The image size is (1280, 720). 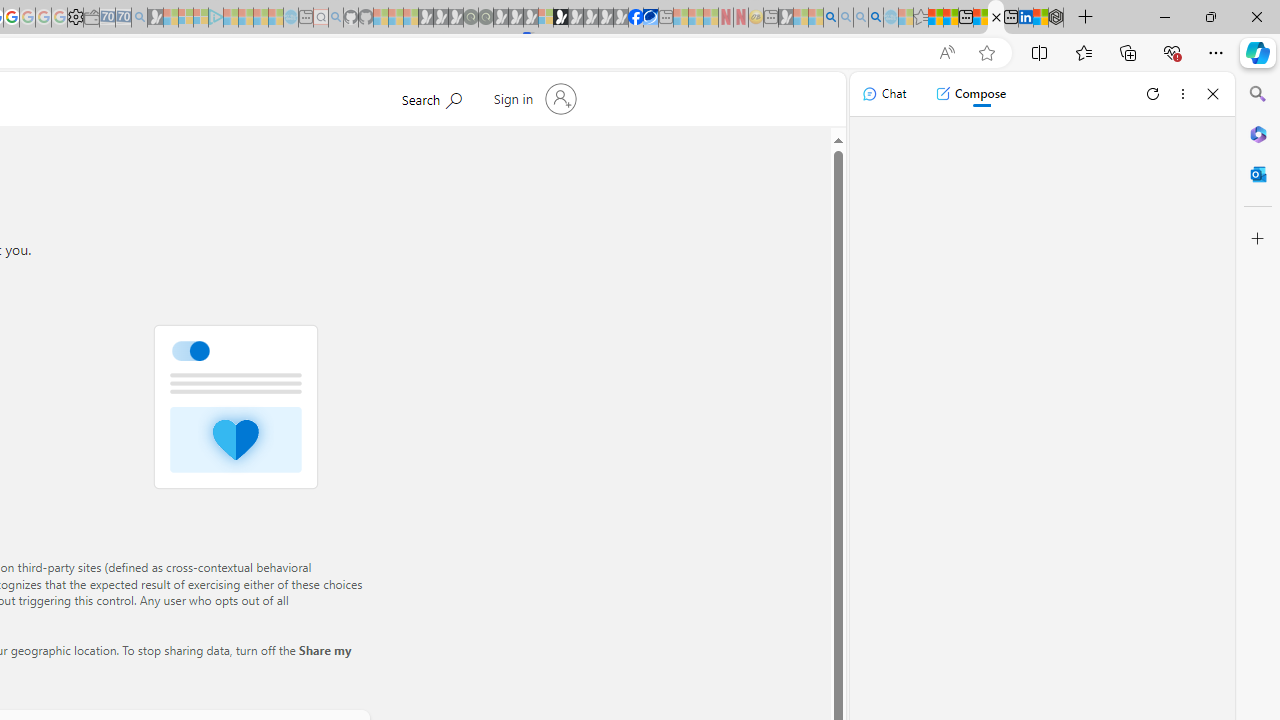 I want to click on 'AQI & Health | AirNow.gov', so click(x=650, y=17).